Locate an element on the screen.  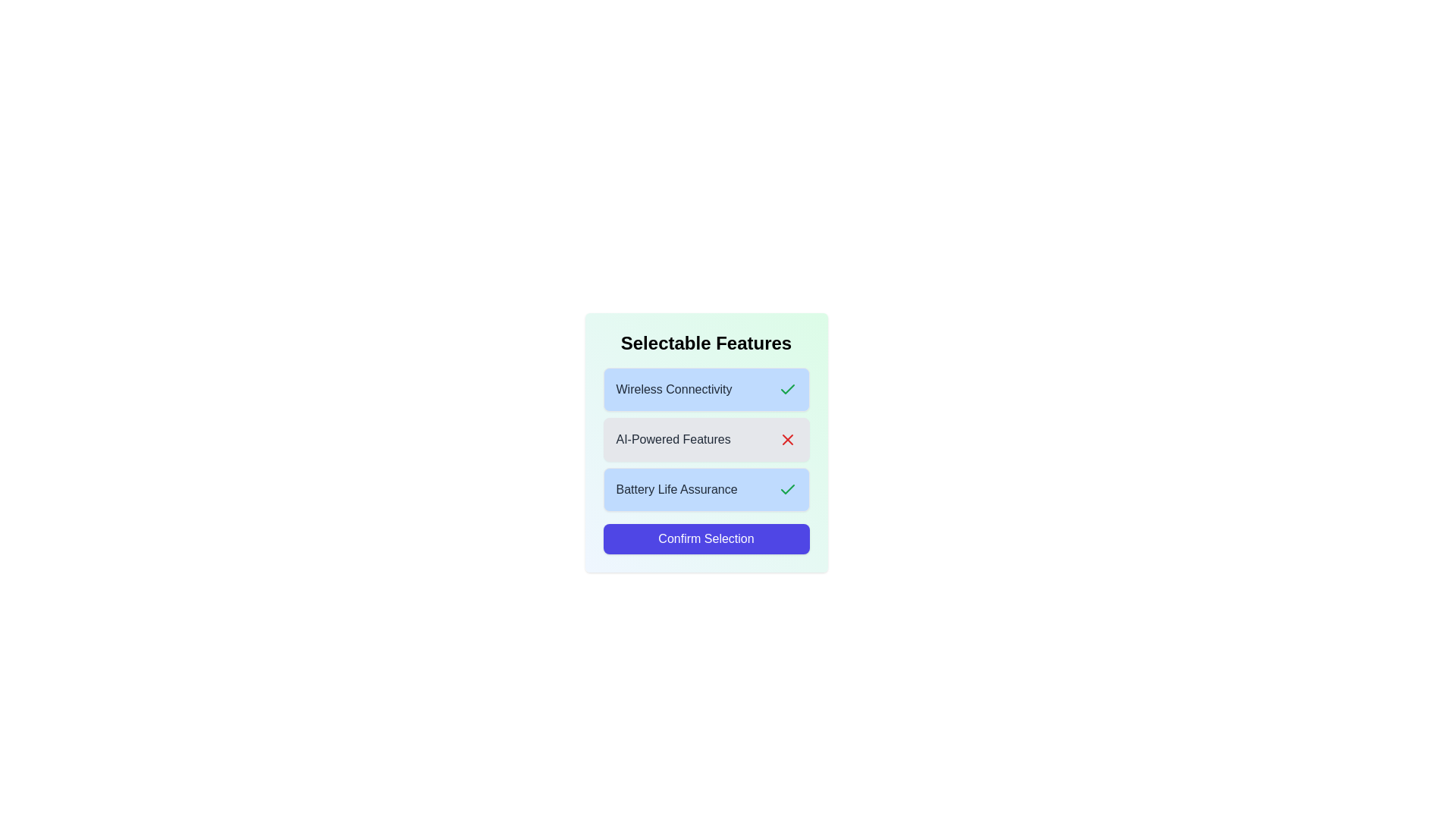
the Text Label that serves as a title to label the section containing selectable features, positioned at the top of the card-like layout is located at coordinates (705, 343).